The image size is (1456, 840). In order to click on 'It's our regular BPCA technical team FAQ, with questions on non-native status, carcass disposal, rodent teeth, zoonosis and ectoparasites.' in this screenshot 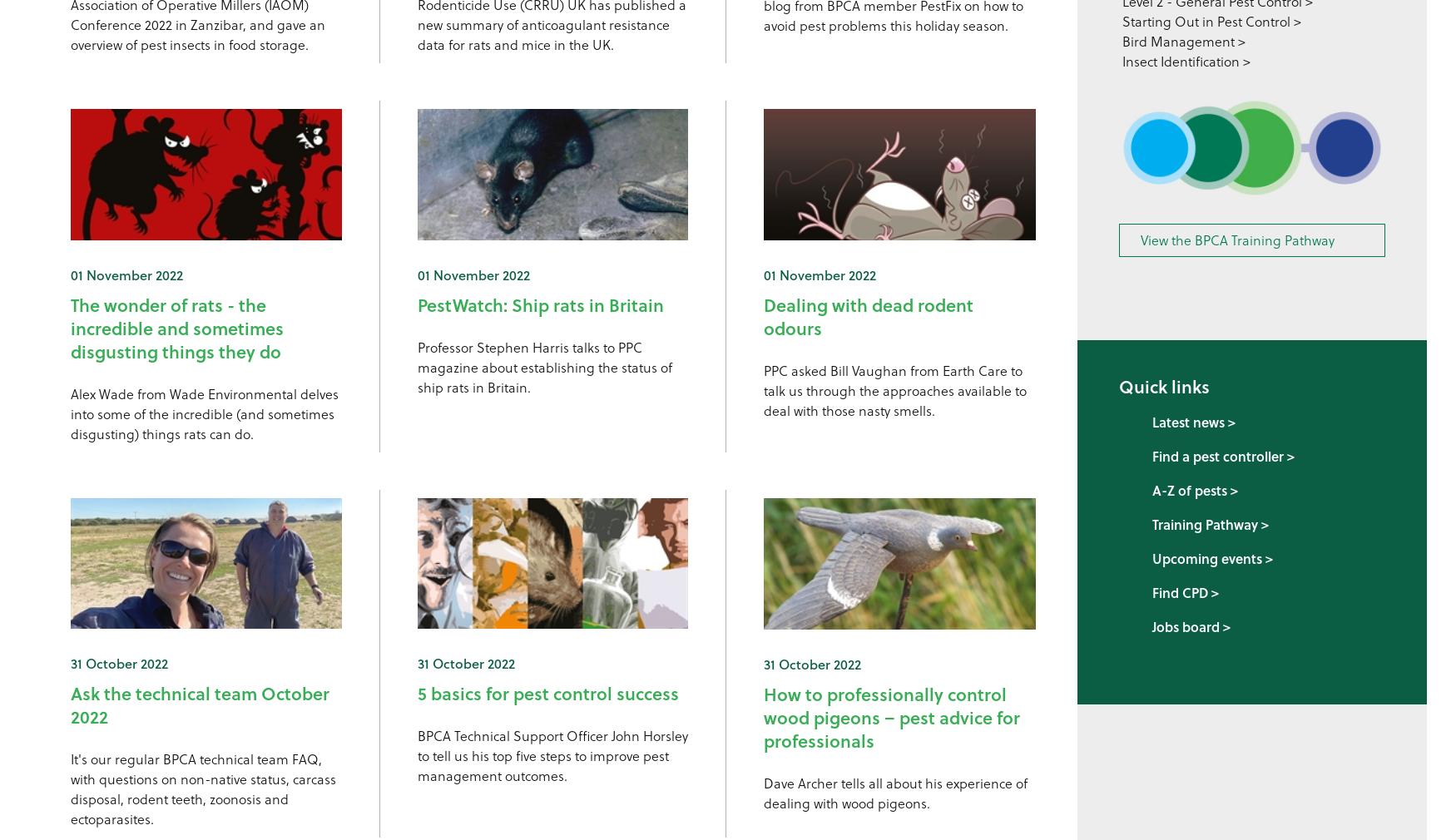, I will do `click(203, 788)`.